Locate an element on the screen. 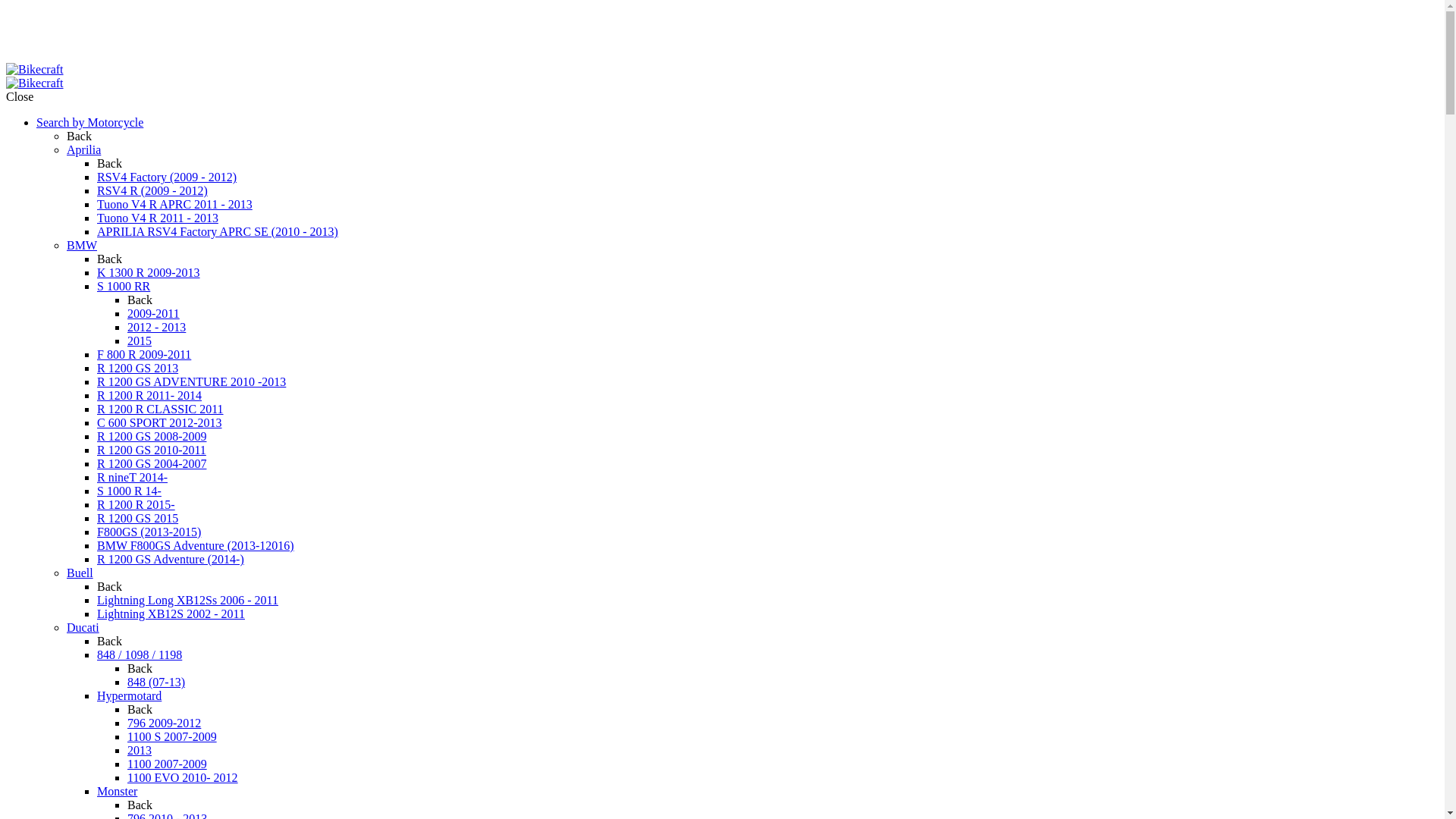 This screenshot has width=1456, height=819. 'C 600 SPORT 2012-2013' is located at coordinates (159, 422).